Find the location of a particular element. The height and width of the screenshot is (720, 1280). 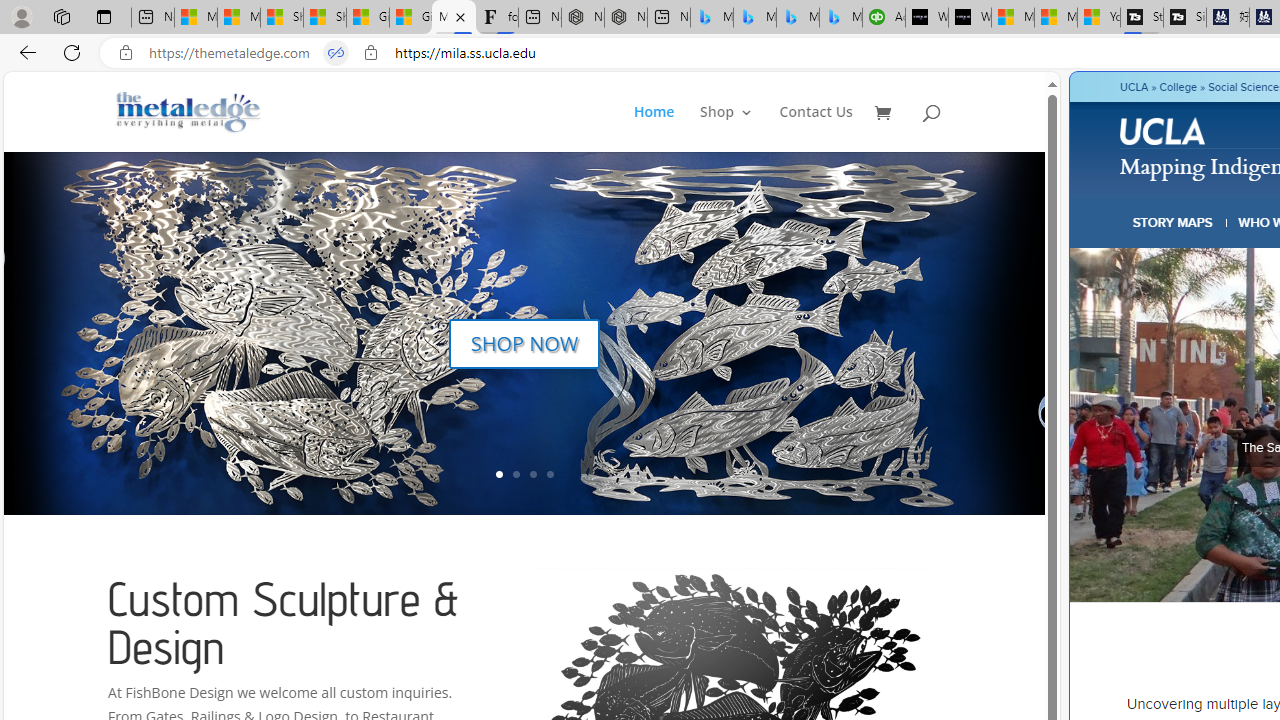

'2' is located at coordinates (515, 474).